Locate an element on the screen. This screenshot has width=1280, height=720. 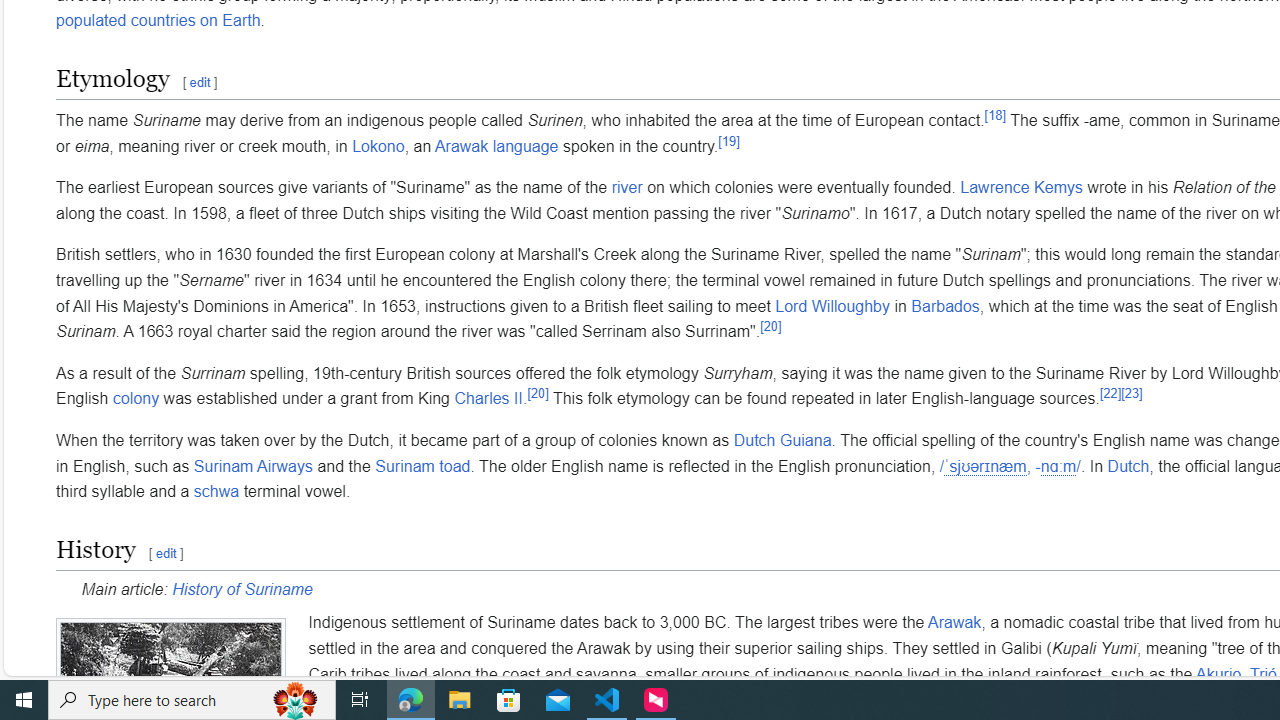
'Charles II' is located at coordinates (488, 399).